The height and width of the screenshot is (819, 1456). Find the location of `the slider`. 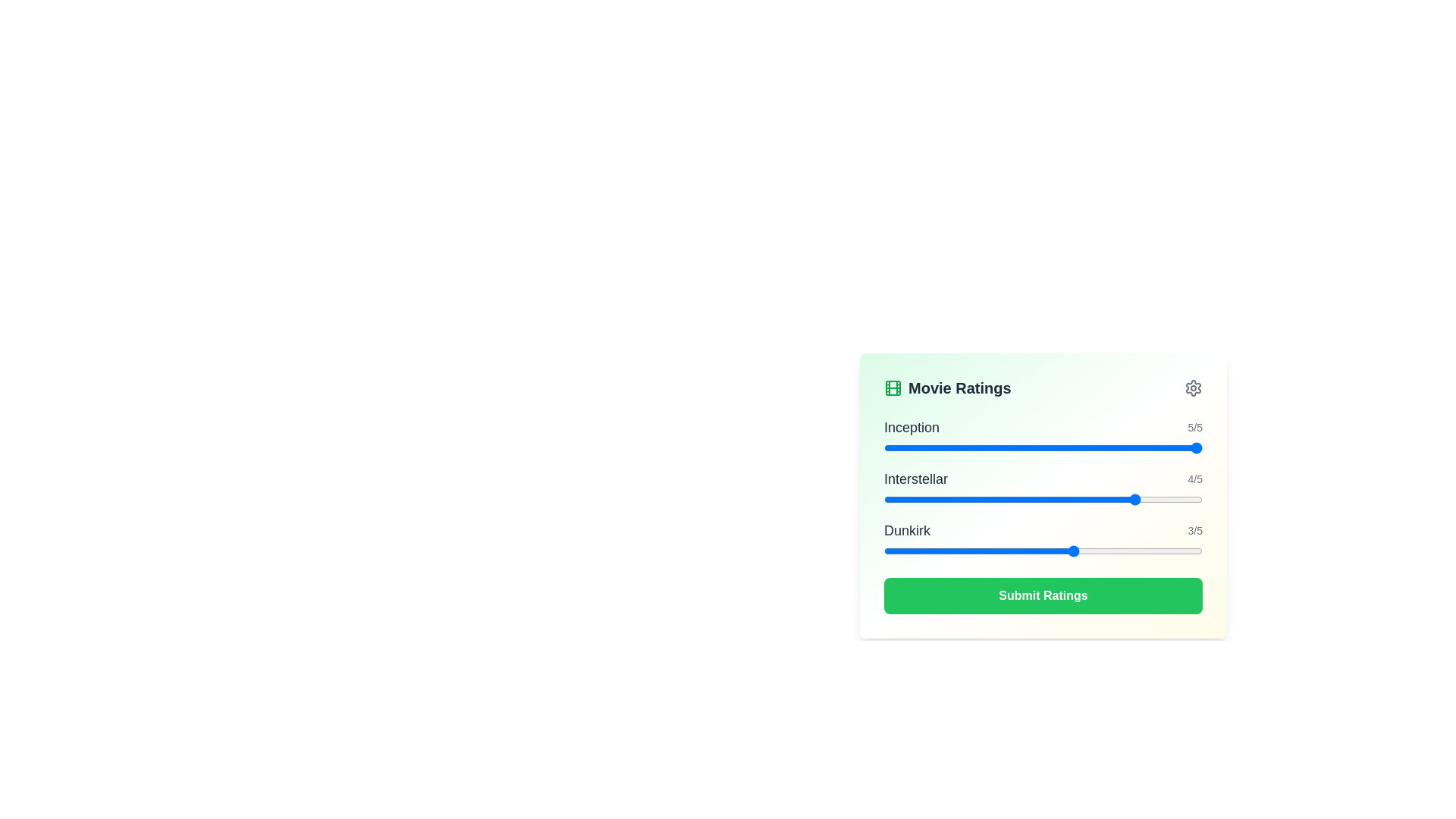

the slider is located at coordinates (1139, 500).